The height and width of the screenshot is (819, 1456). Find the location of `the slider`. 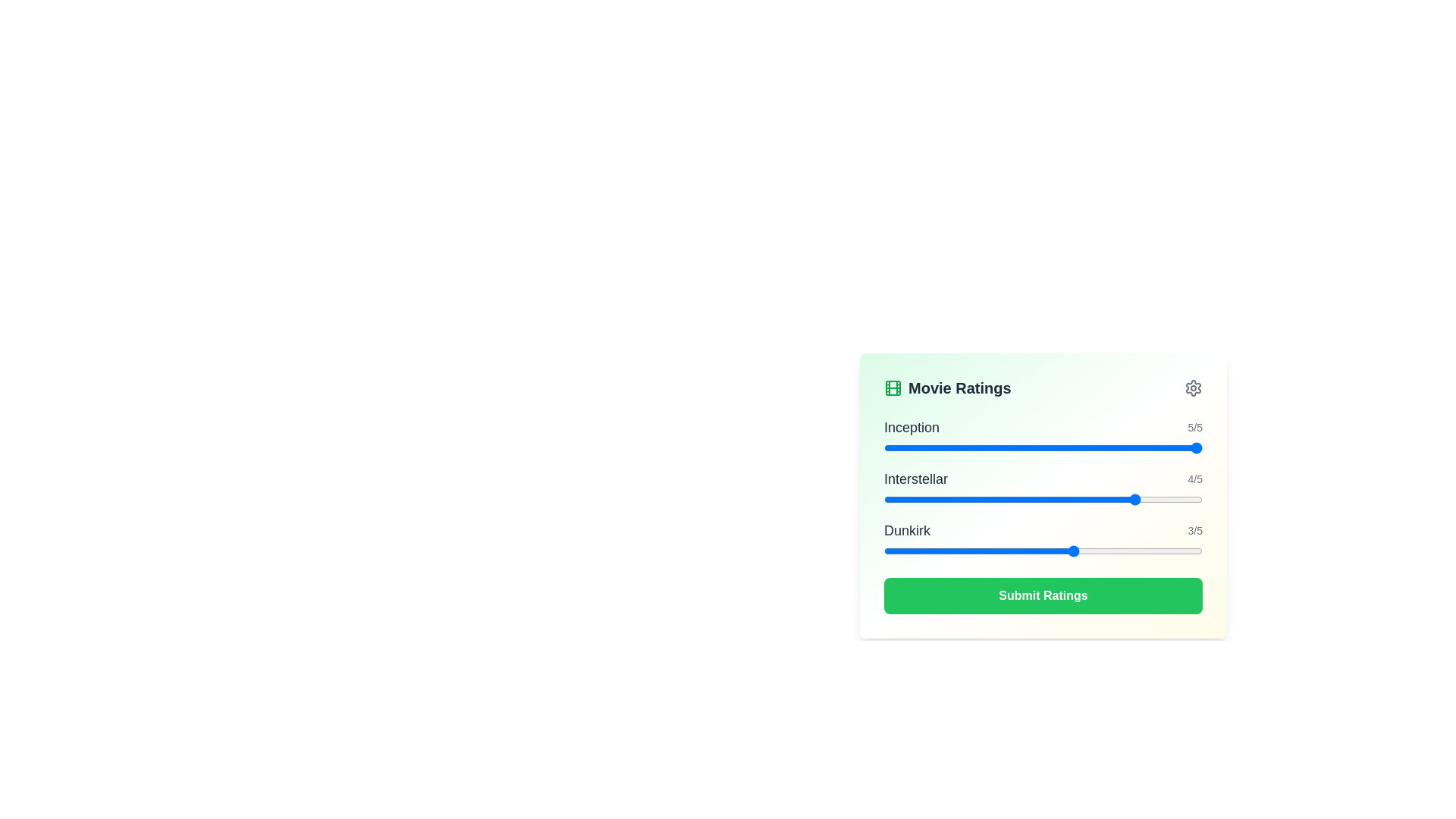

the slider is located at coordinates (1139, 500).